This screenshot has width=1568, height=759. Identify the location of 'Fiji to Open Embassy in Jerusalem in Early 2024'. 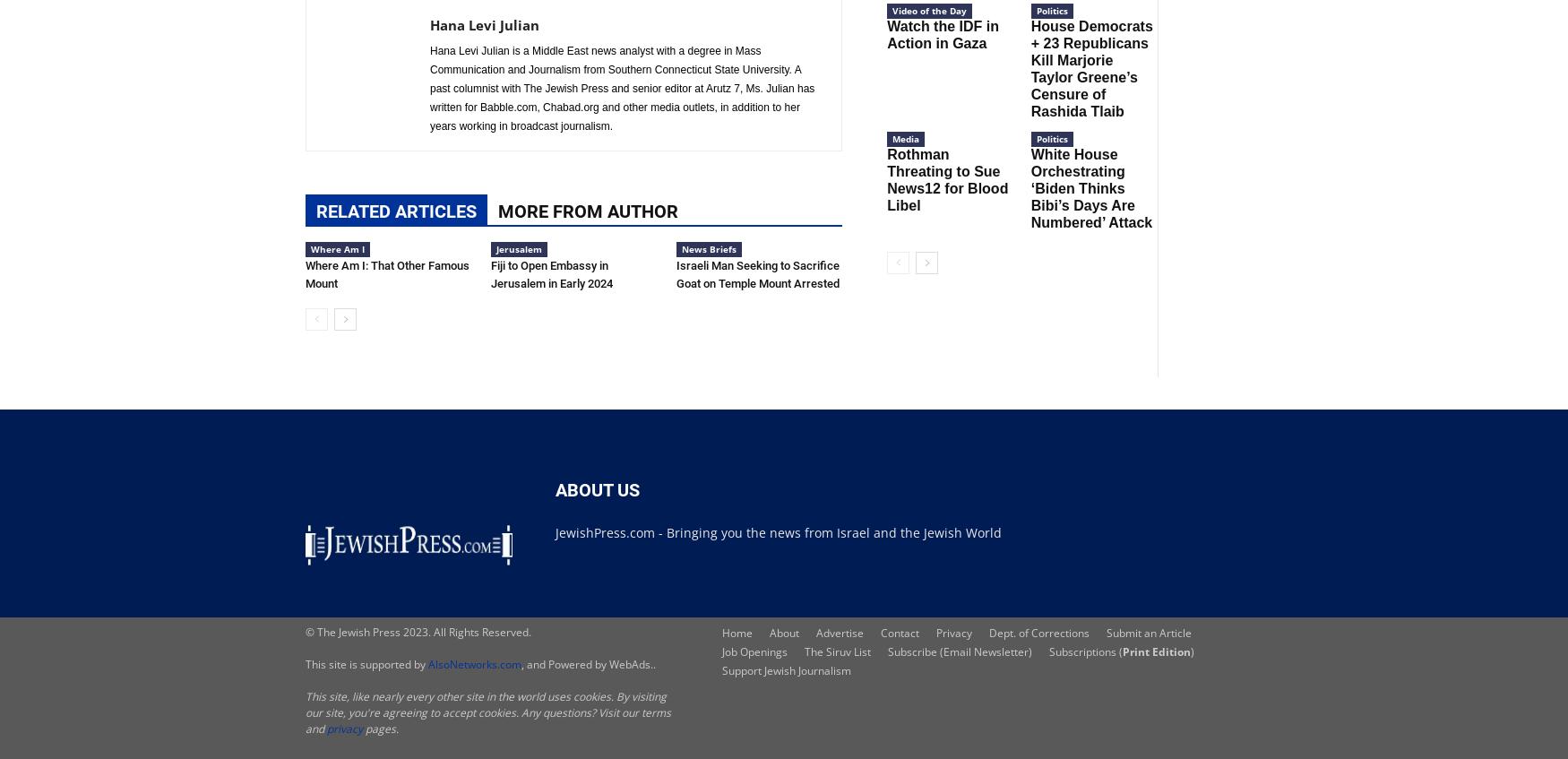
(550, 273).